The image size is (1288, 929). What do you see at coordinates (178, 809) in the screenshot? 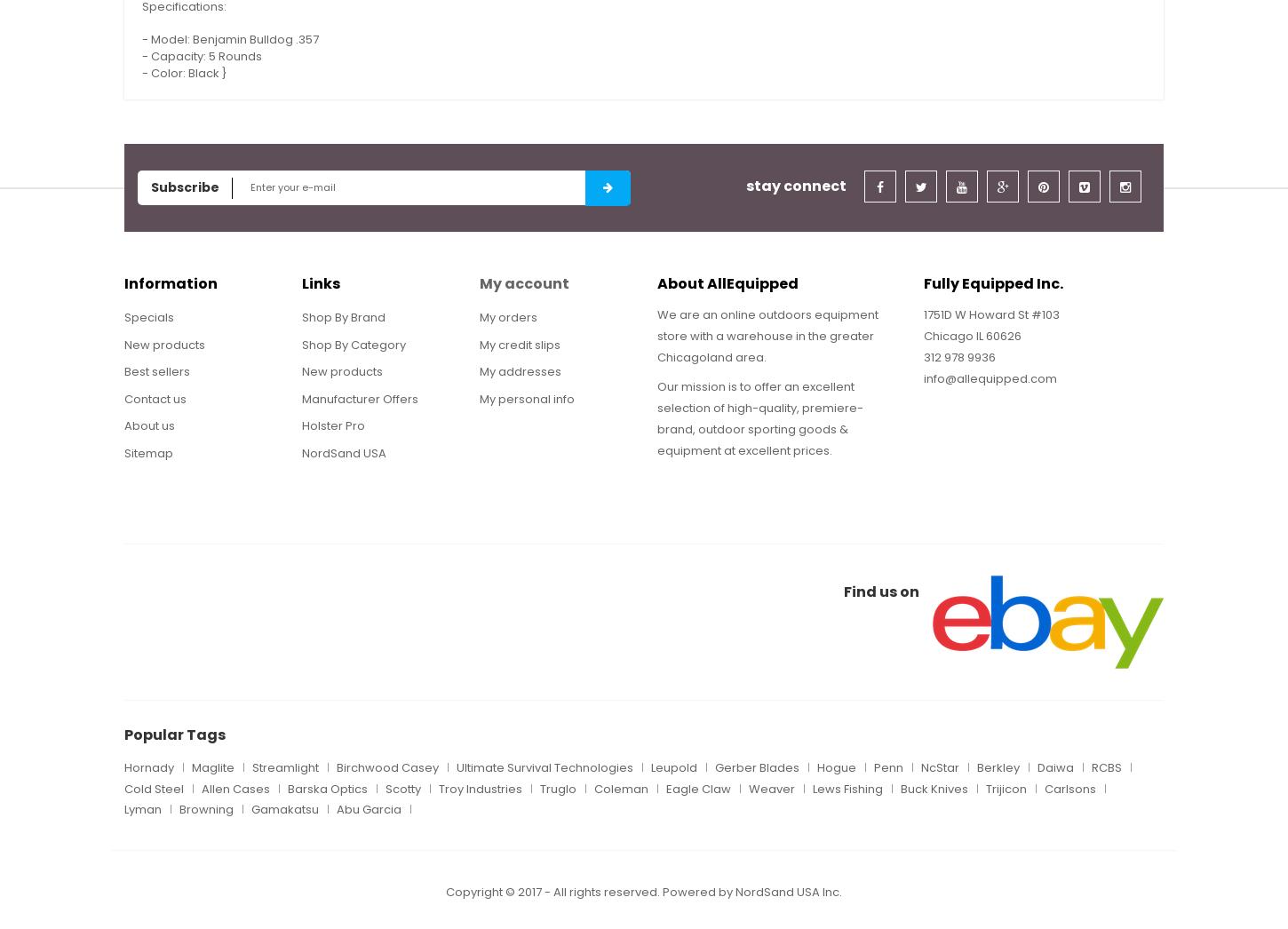
I see `'Browning'` at bounding box center [178, 809].